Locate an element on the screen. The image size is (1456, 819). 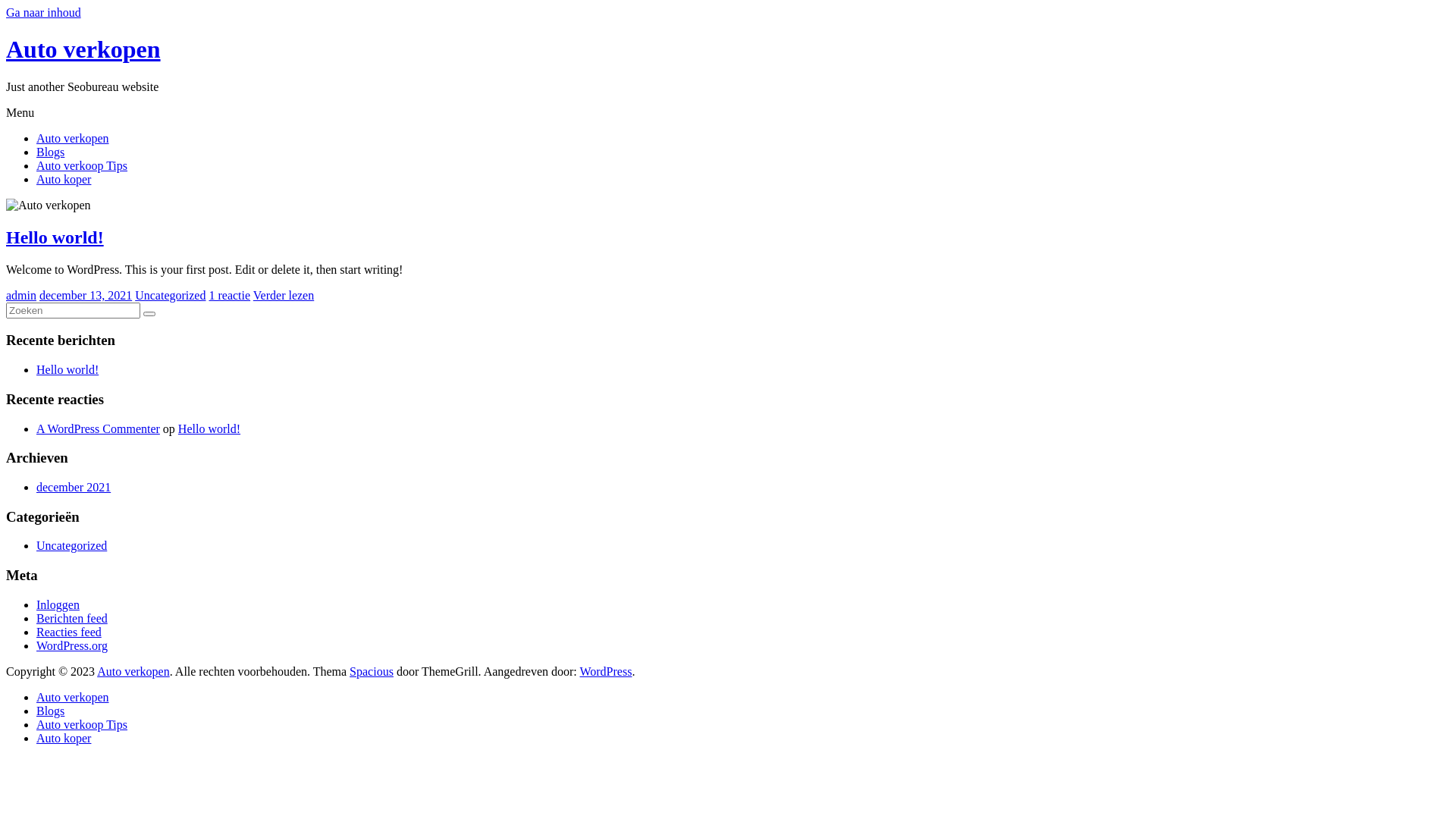
'Auto koper' is located at coordinates (62, 737).